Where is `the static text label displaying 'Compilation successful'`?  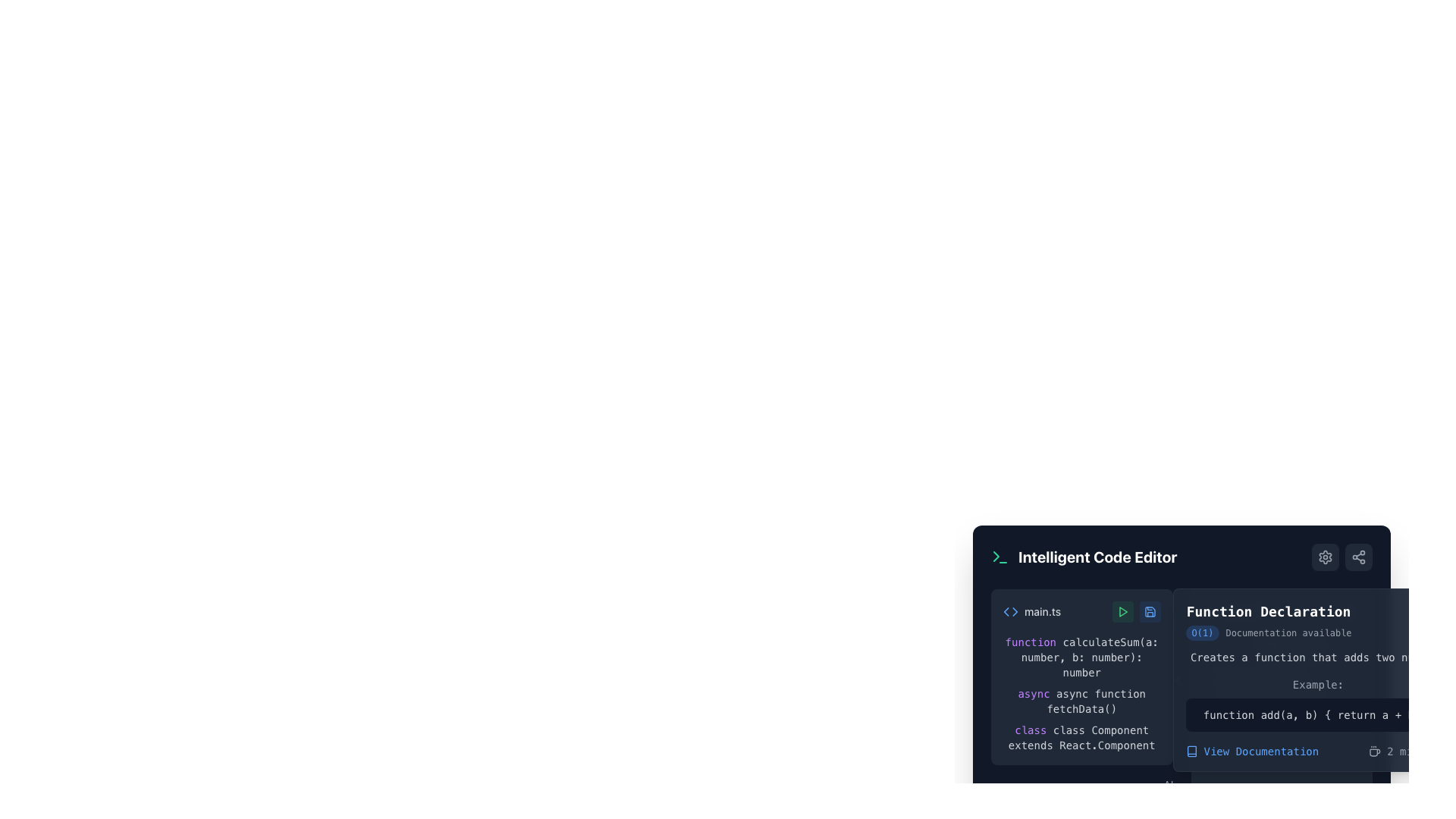 the static text label displaying 'Compilation successful' is located at coordinates (1281, 648).